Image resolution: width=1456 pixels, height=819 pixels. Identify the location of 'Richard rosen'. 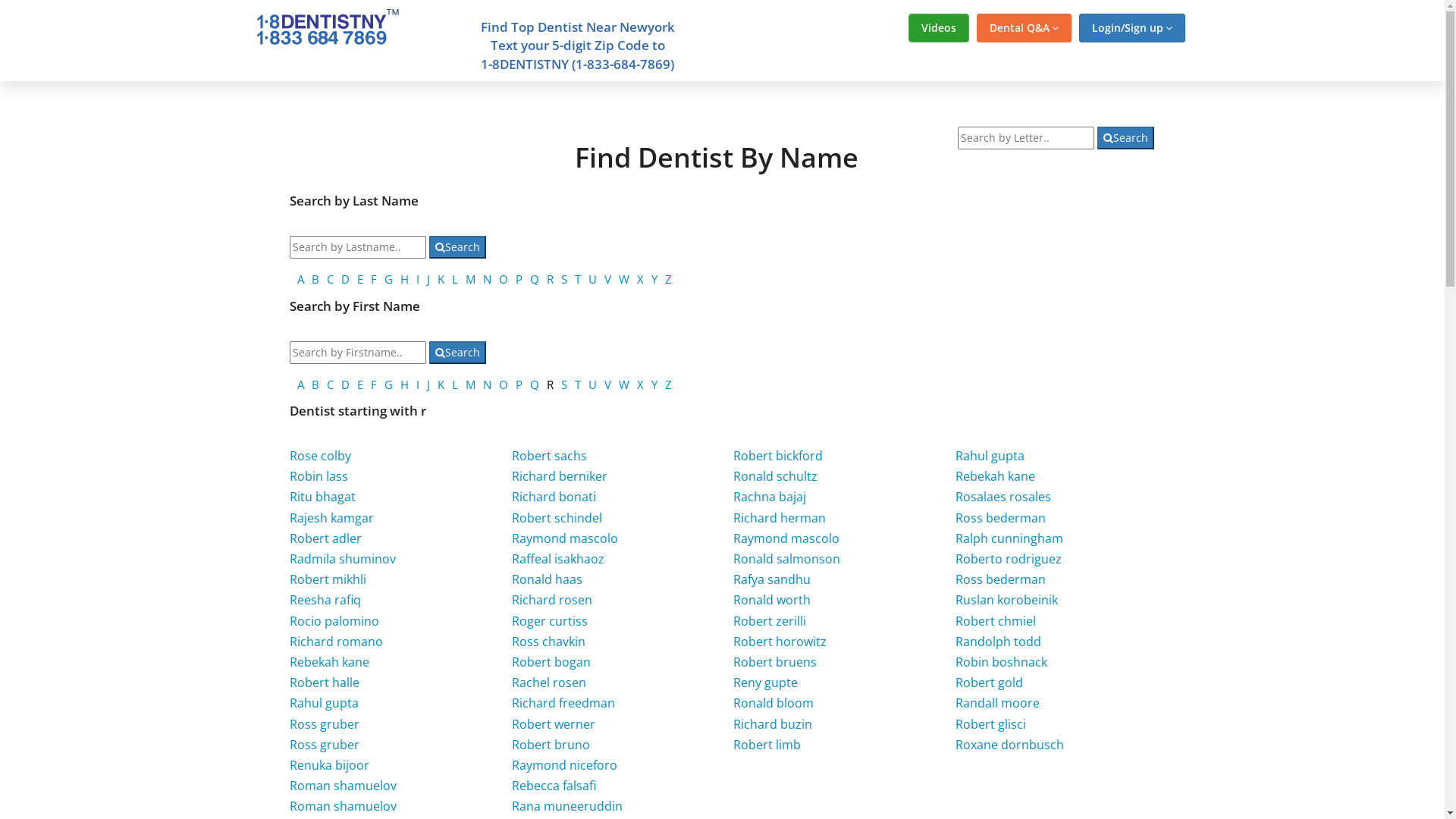
(551, 598).